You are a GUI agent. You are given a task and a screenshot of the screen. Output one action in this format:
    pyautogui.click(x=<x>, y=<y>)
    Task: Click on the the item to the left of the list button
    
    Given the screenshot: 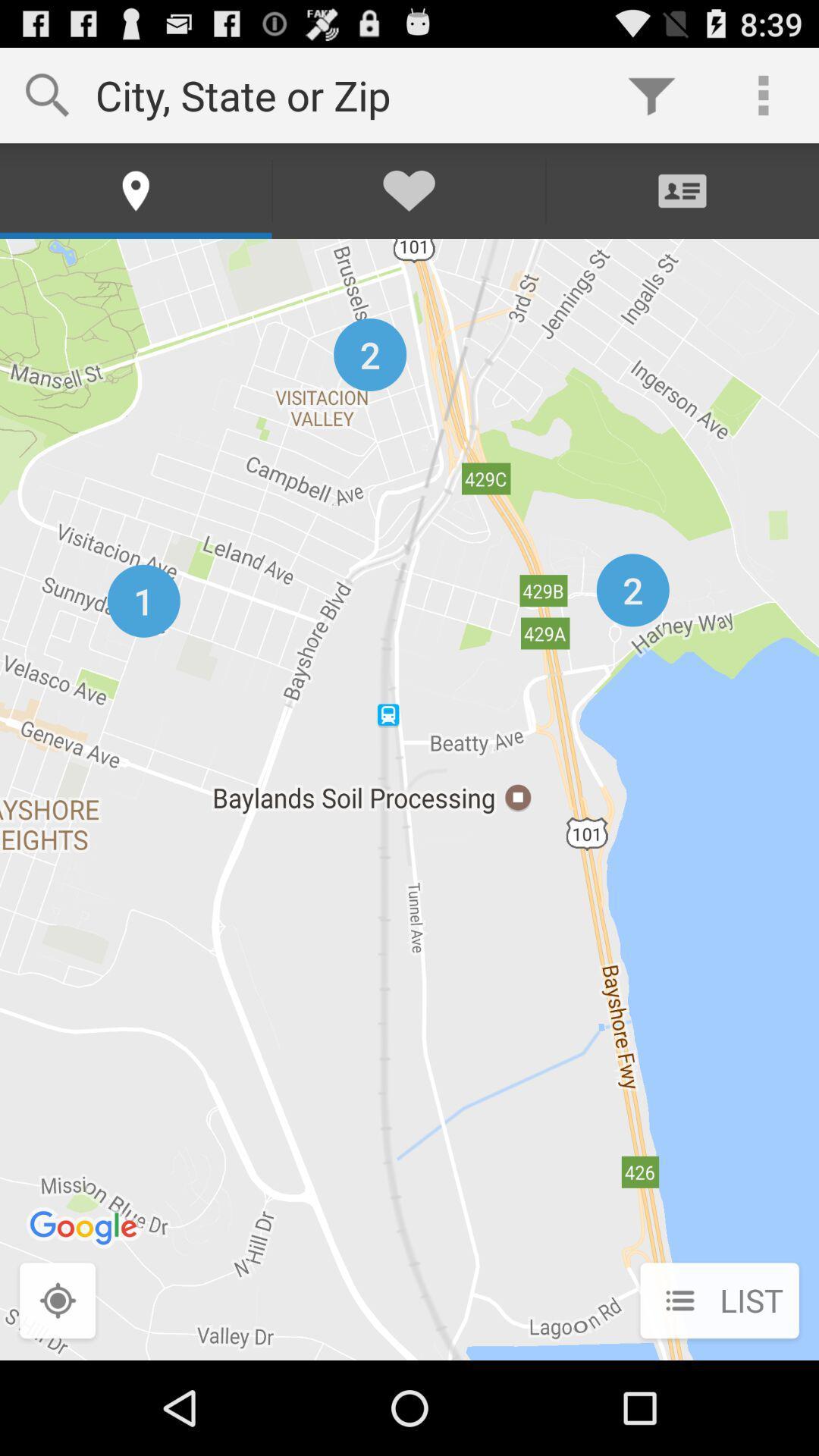 What is the action you would take?
    pyautogui.click(x=57, y=1301)
    